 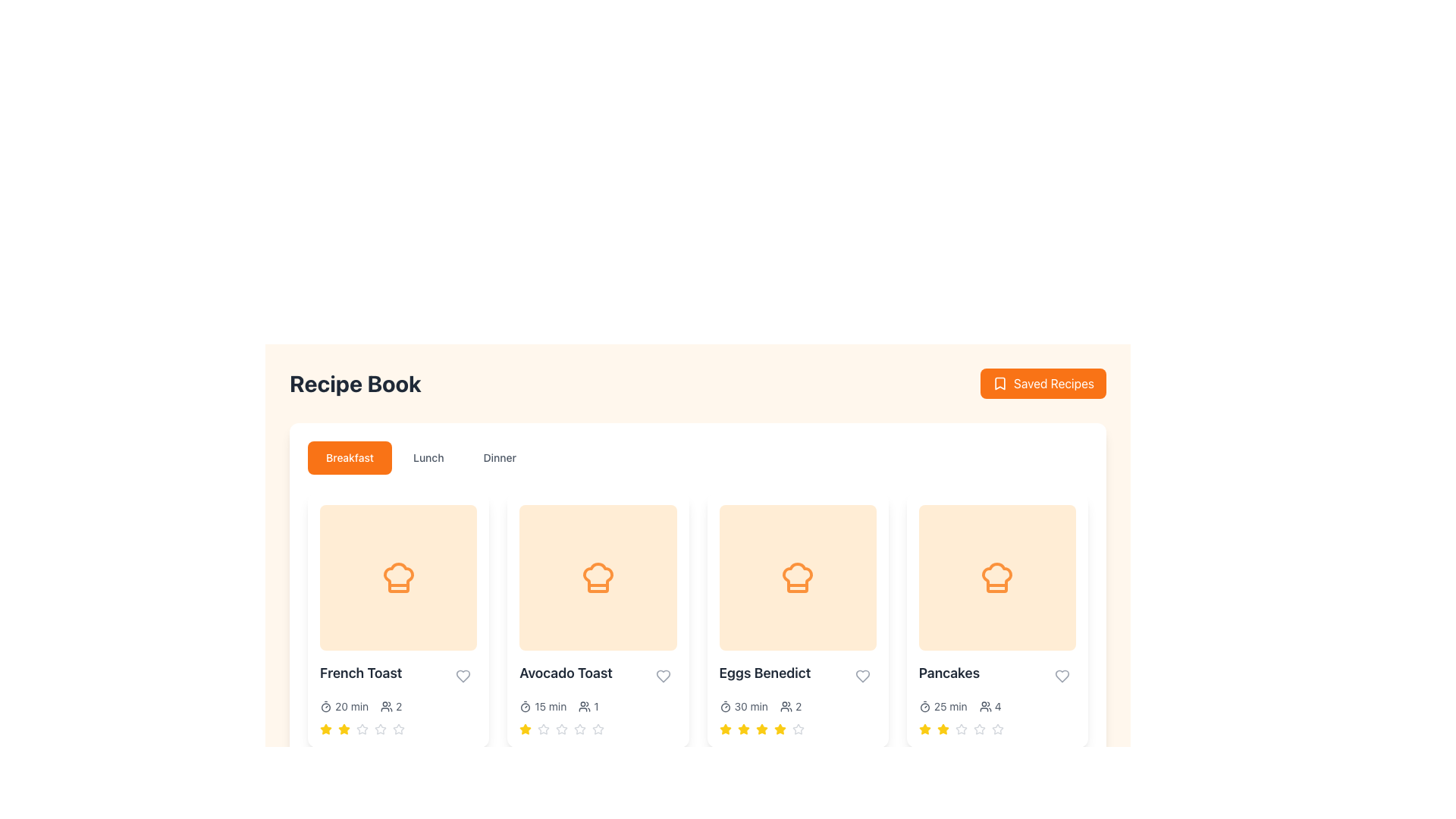 What do you see at coordinates (924, 728) in the screenshot?
I see `the first star icon` at bounding box center [924, 728].